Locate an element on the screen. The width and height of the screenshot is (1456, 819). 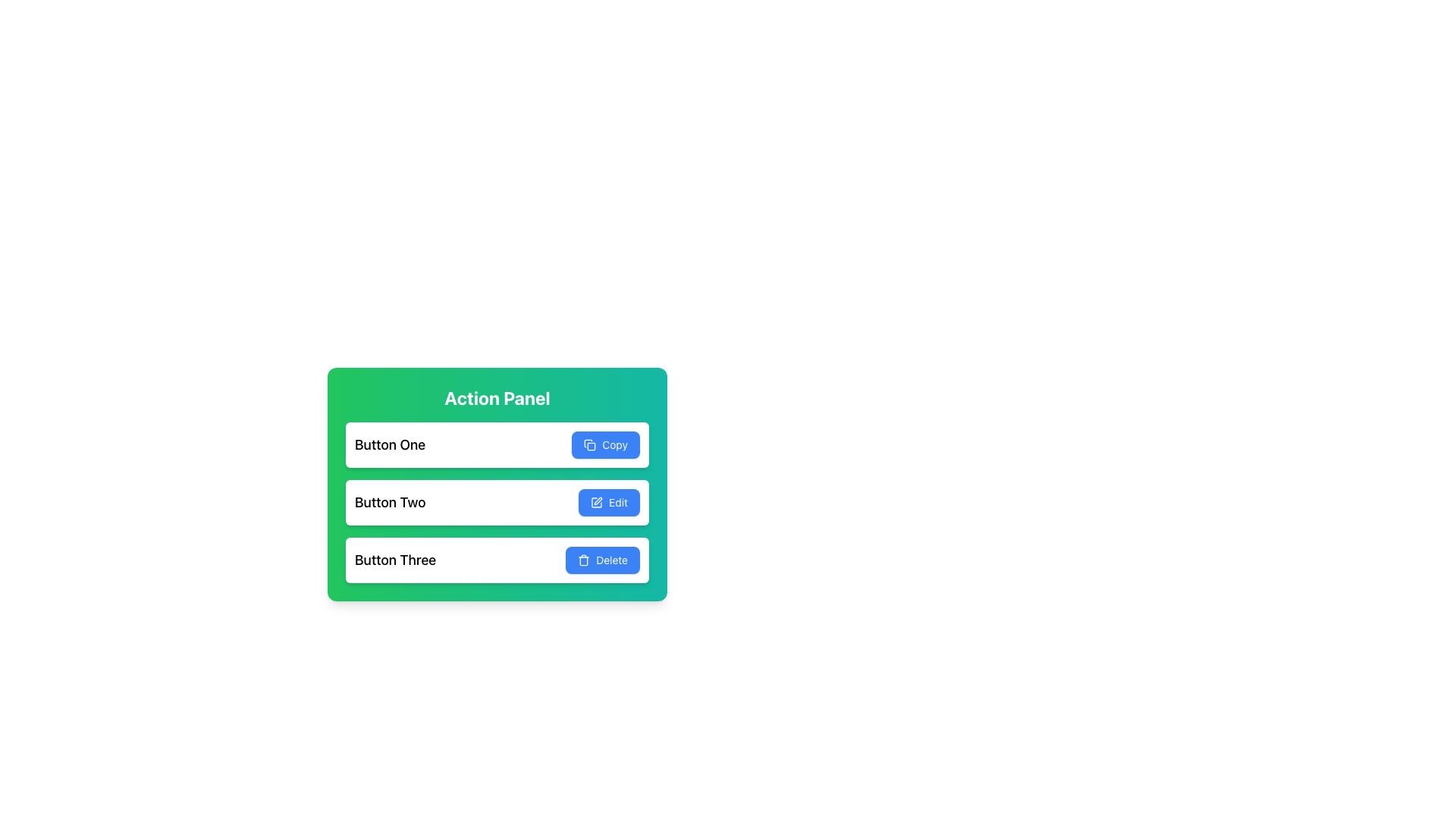
the 'Copy' text label which has a blue background and white text, located within the first button of the 'Action Panel', situated to the right of the document icon is located at coordinates (615, 444).